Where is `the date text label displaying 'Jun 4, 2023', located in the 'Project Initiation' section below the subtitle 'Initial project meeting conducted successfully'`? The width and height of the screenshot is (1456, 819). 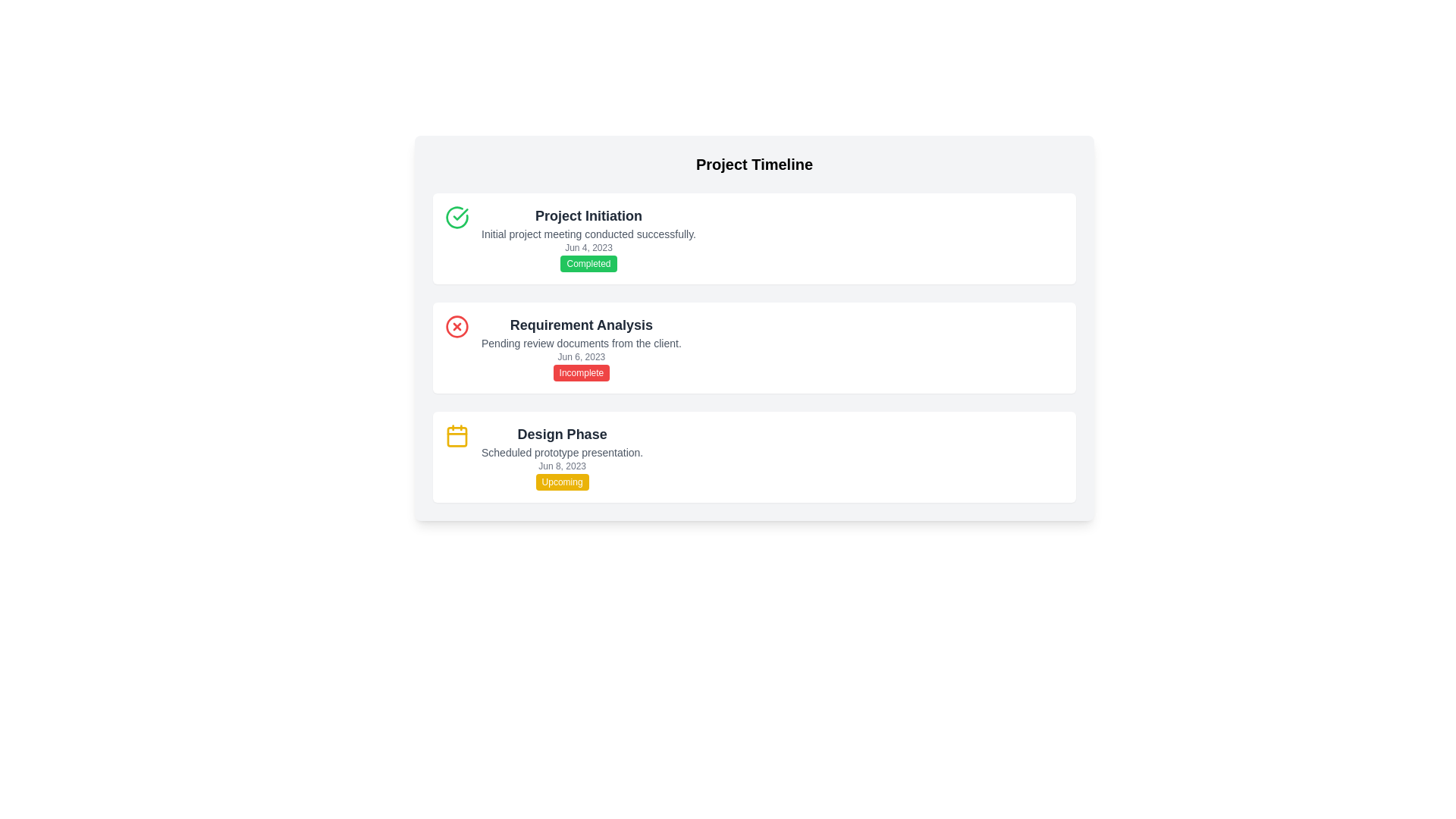 the date text label displaying 'Jun 4, 2023', located in the 'Project Initiation' section below the subtitle 'Initial project meeting conducted successfully' is located at coordinates (588, 247).